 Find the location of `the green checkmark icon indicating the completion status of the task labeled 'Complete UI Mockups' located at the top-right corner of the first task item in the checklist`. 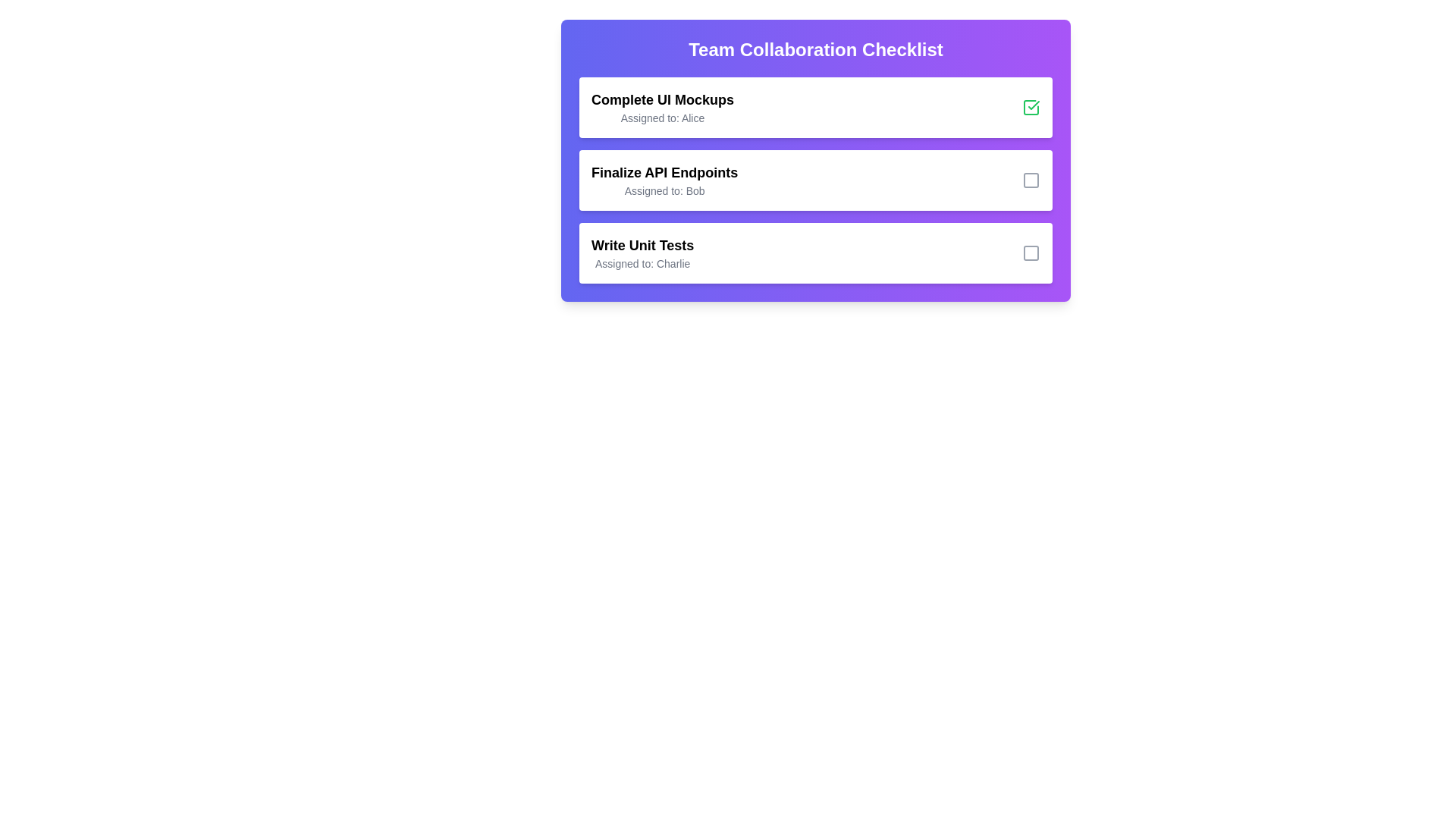

the green checkmark icon indicating the completion status of the task labeled 'Complete UI Mockups' located at the top-right corner of the first task item in the checklist is located at coordinates (1033, 104).